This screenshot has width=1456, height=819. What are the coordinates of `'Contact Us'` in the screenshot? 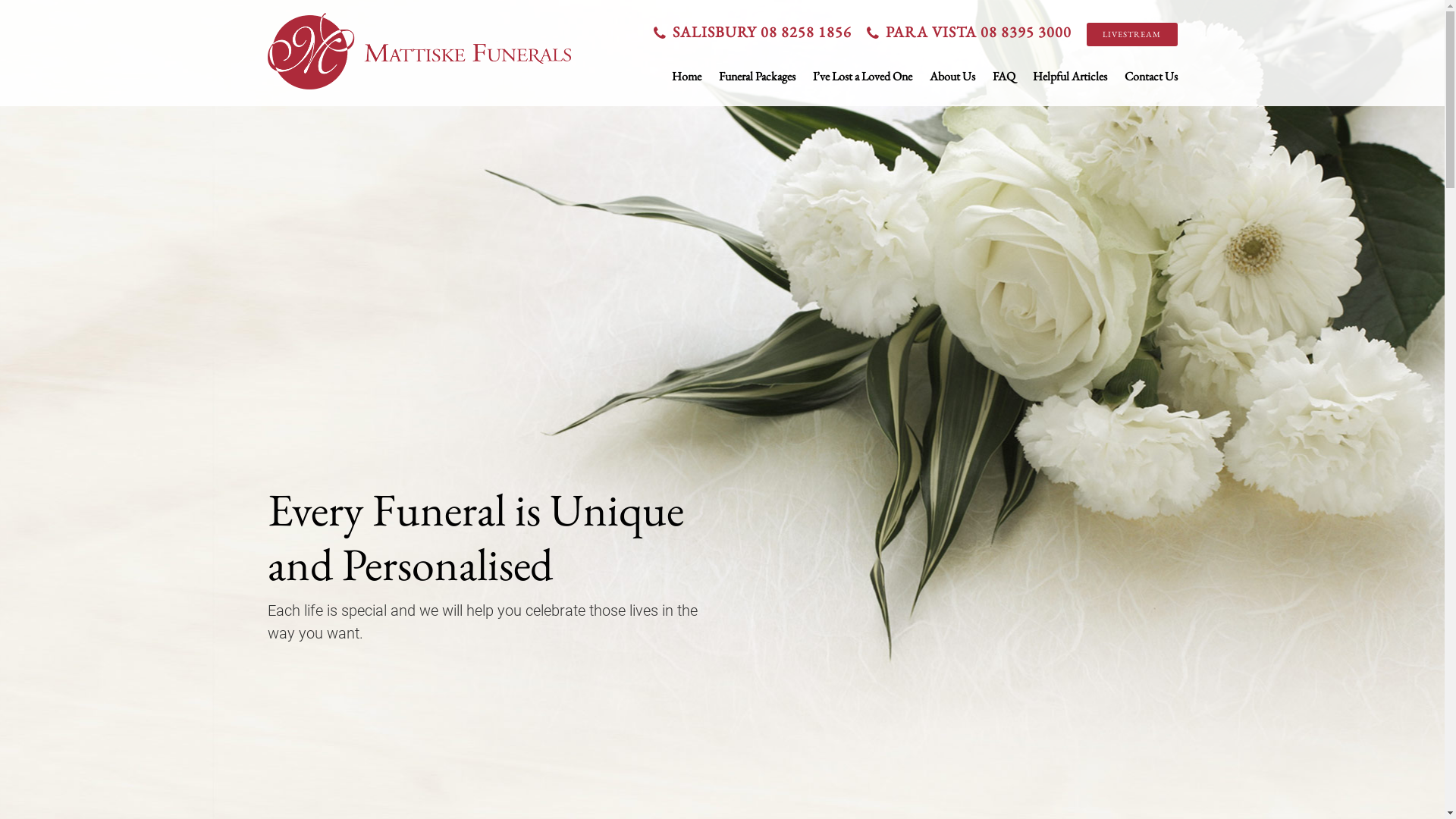 It's located at (1124, 76).